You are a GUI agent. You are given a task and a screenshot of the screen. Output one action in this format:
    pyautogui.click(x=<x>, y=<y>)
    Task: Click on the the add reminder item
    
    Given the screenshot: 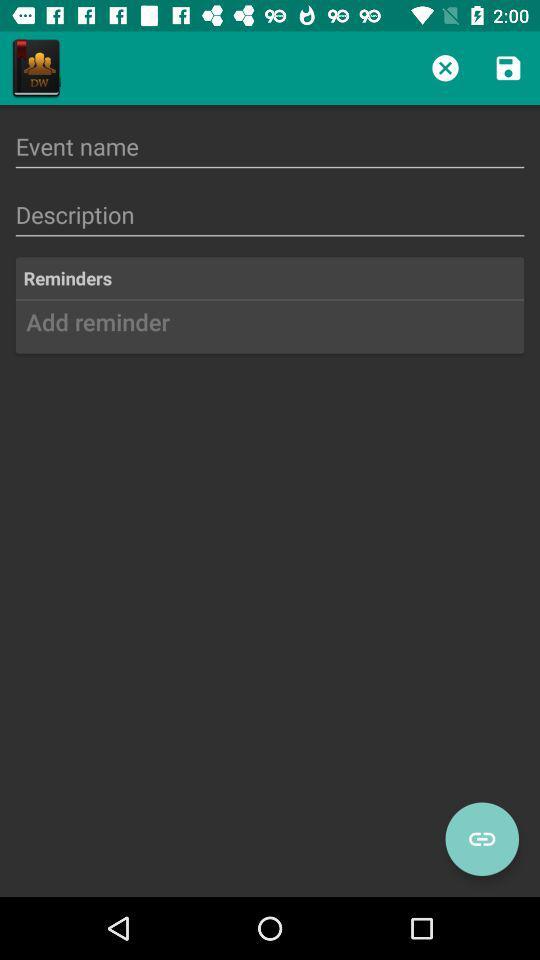 What is the action you would take?
    pyautogui.click(x=270, y=329)
    